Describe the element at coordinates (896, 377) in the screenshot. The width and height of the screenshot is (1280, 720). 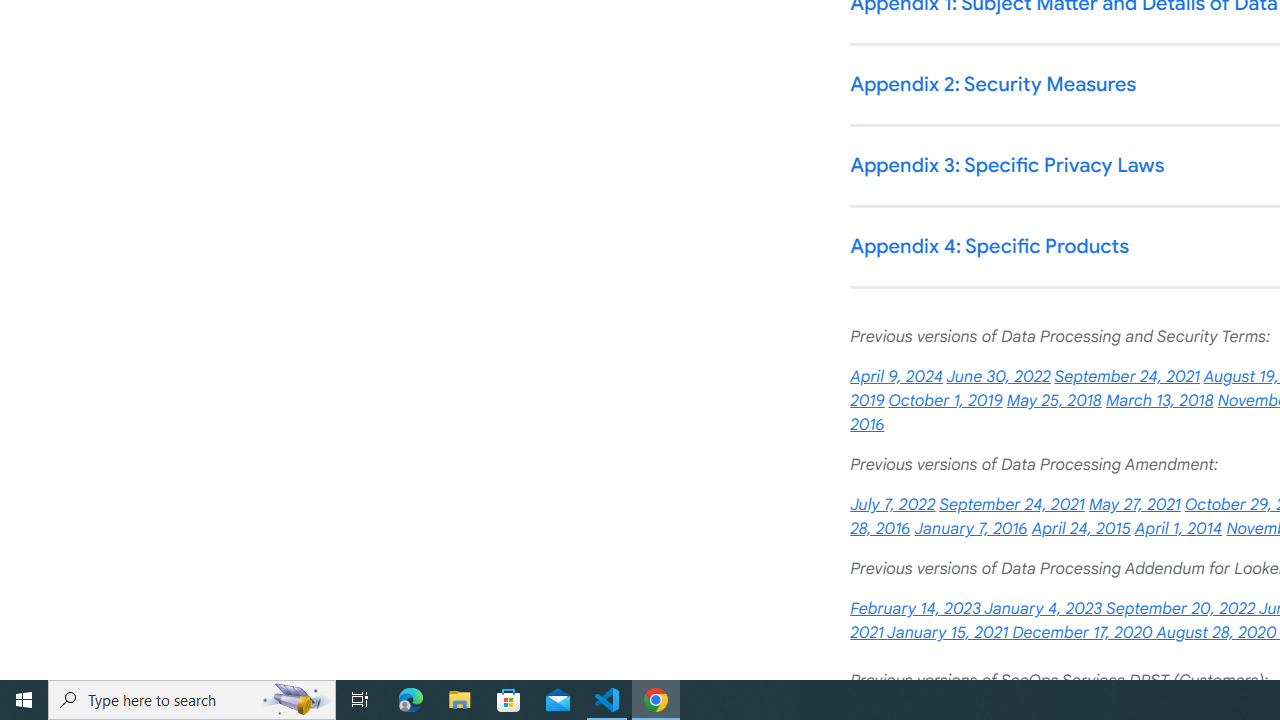
I see `'April 9, 2024'` at that location.